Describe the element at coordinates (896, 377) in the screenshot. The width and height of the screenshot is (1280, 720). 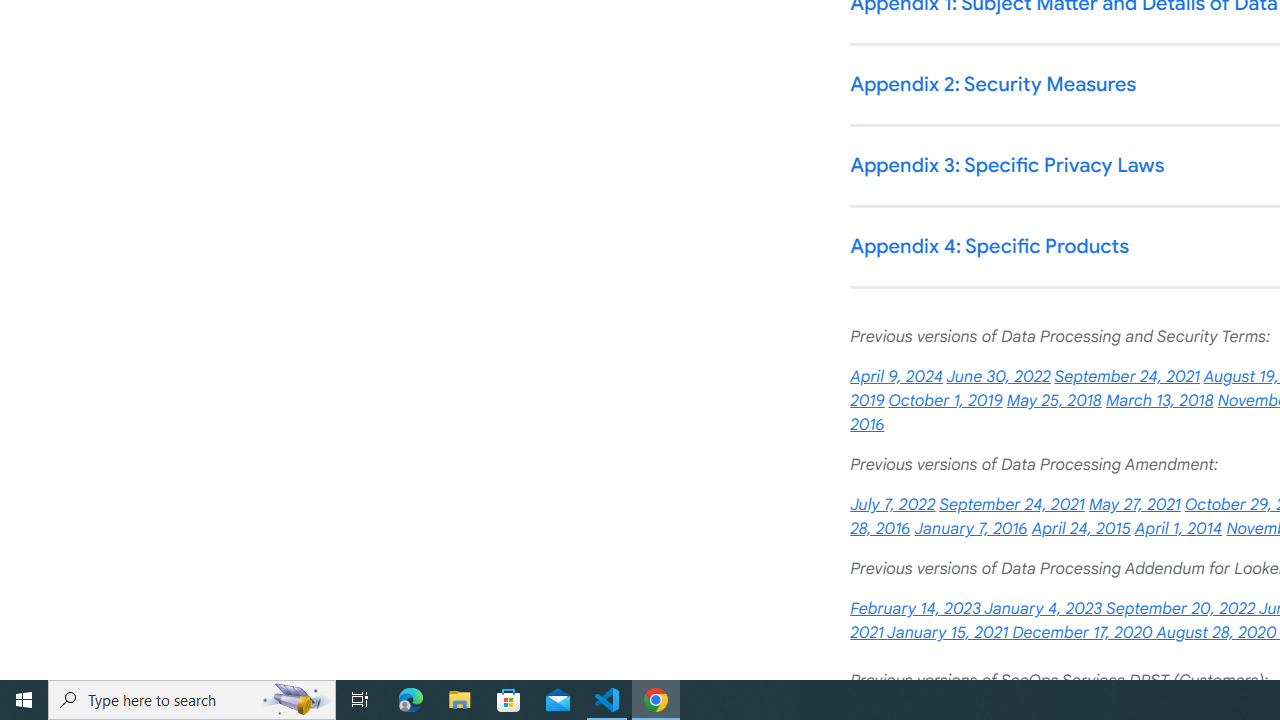
I see `'April 9, 2024'` at that location.